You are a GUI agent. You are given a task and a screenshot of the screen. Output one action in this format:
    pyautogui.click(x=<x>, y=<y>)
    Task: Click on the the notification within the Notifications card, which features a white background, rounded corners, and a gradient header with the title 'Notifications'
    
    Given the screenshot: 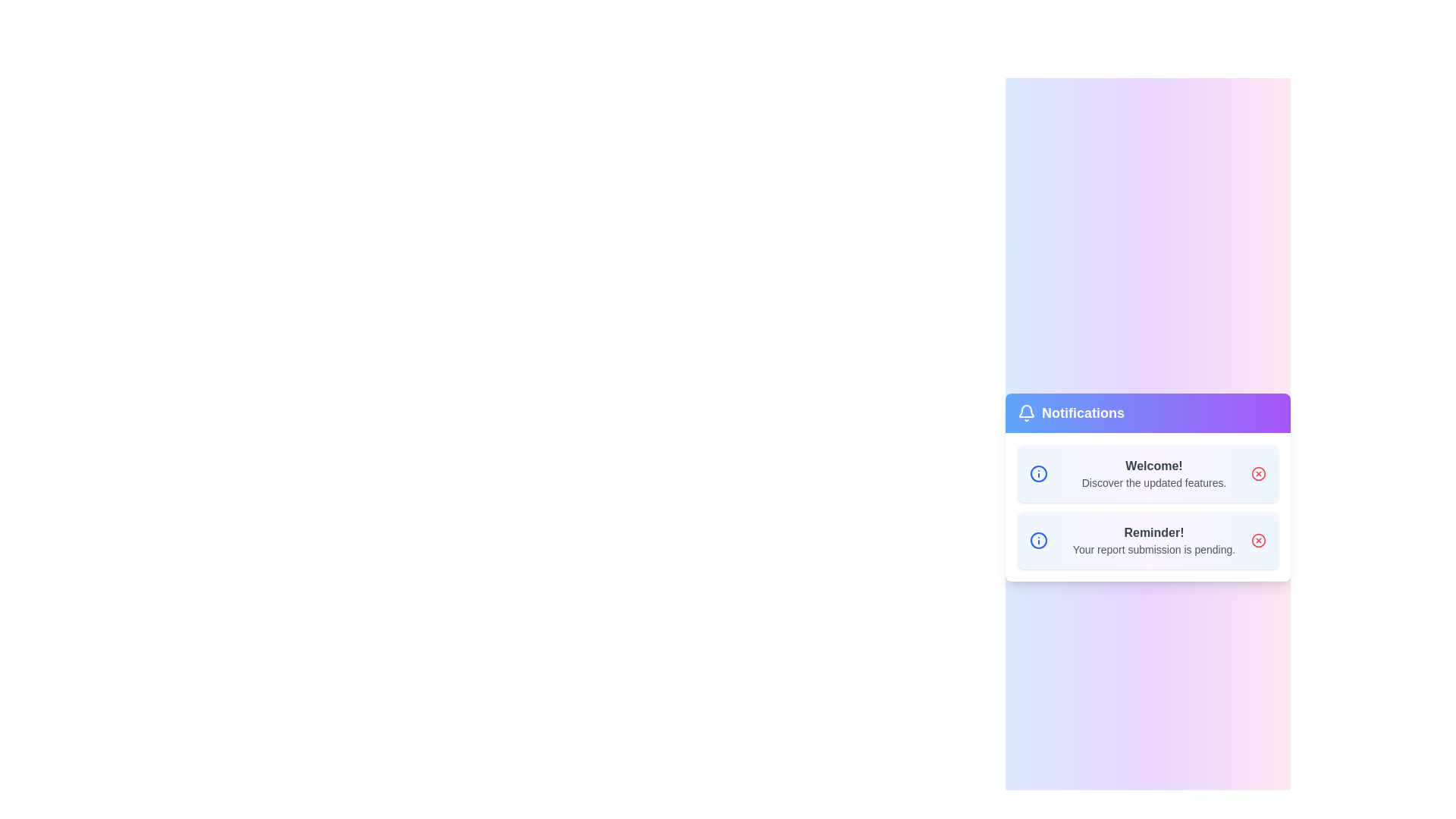 What is the action you would take?
    pyautogui.click(x=1147, y=488)
    